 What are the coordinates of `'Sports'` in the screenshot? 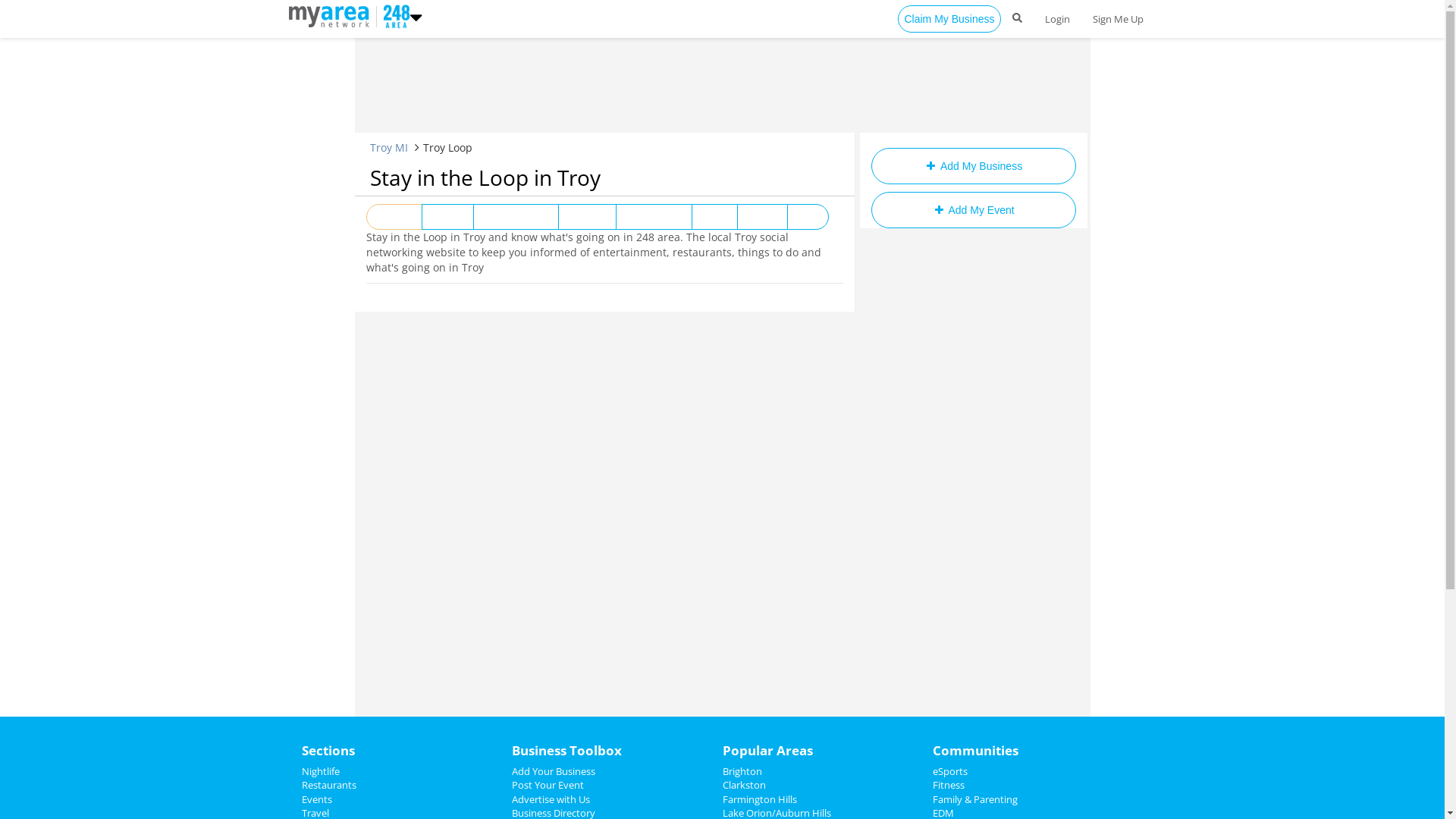 It's located at (736, 216).